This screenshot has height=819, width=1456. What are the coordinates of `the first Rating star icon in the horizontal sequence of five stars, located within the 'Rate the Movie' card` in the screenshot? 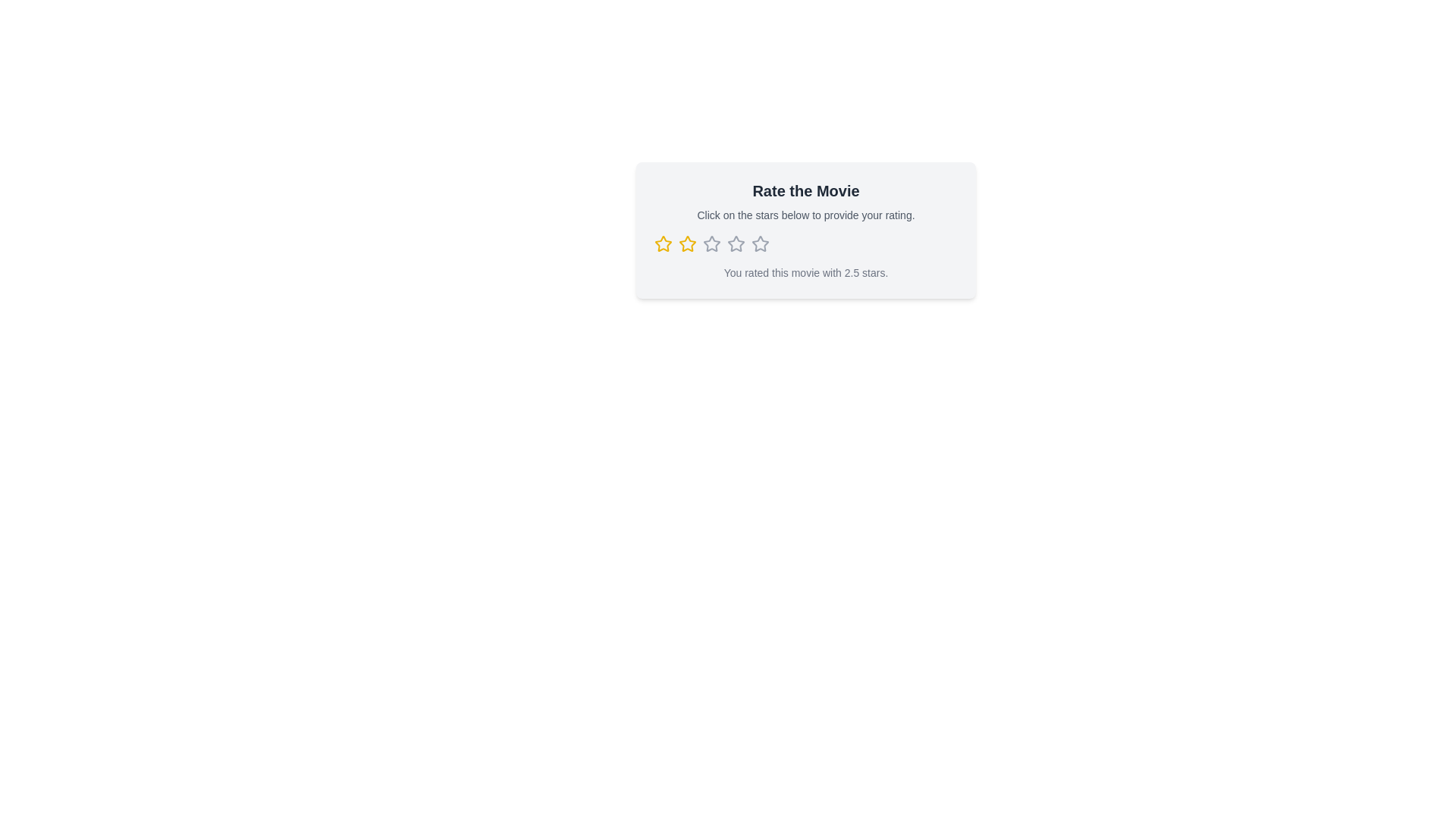 It's located at (663, 243).